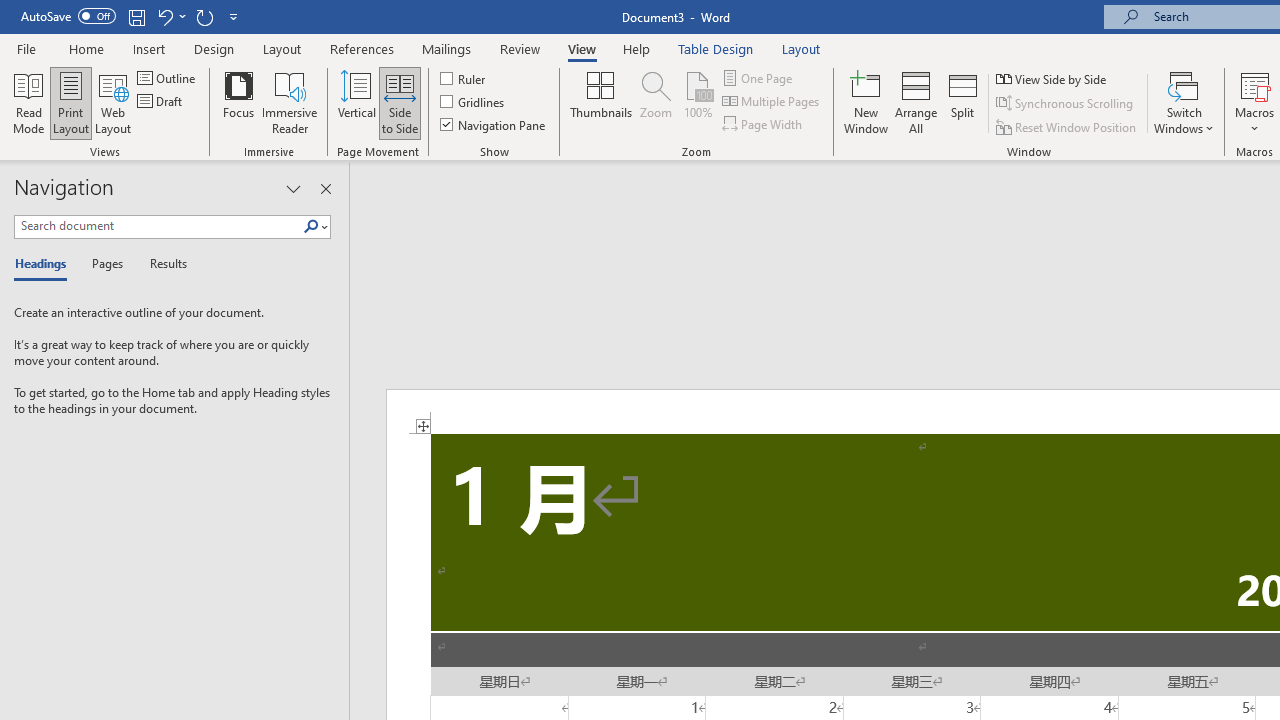  Describe the element at coordinates (68, 16) in the screenshot. I see `'AutoSave'` at that location.